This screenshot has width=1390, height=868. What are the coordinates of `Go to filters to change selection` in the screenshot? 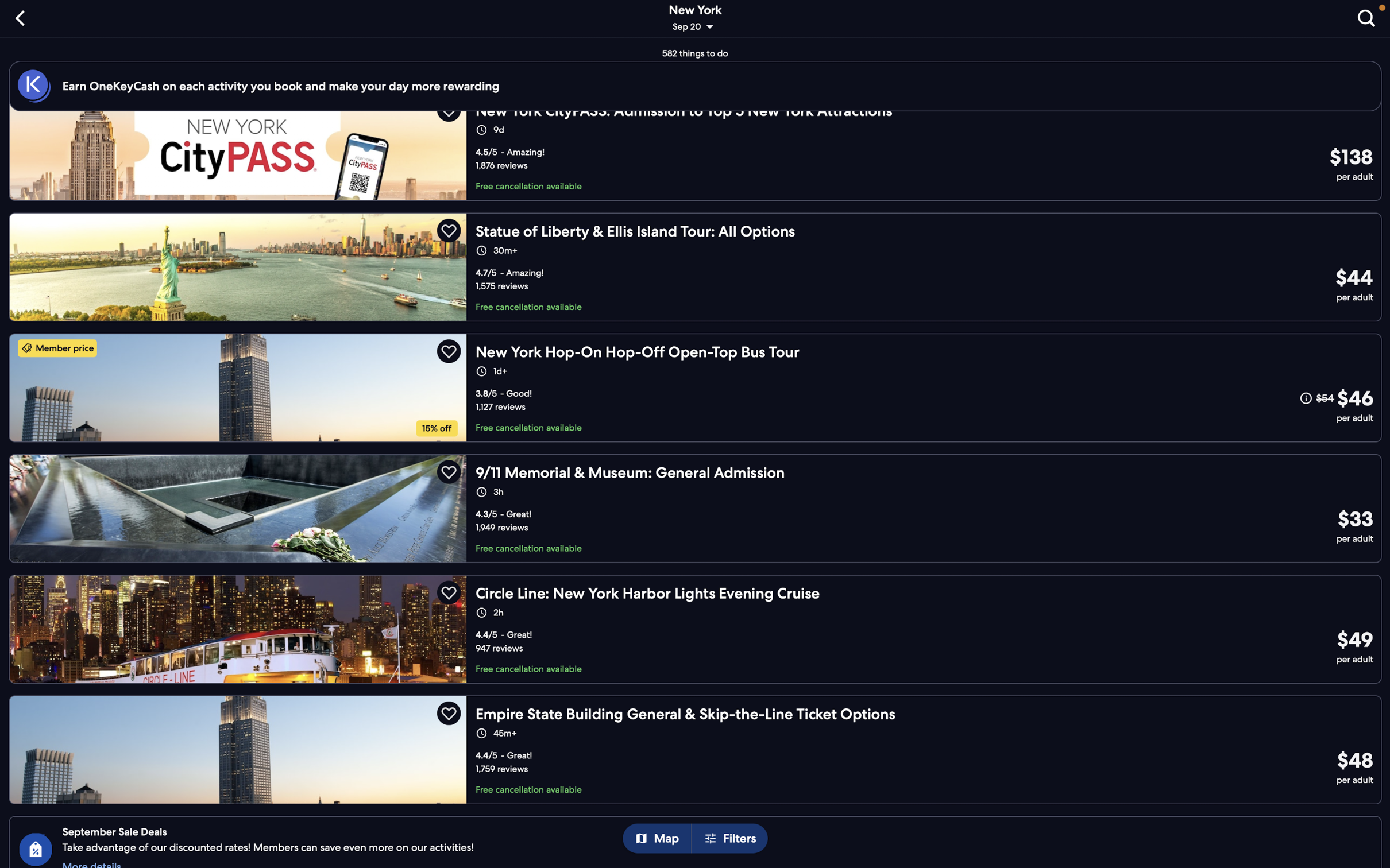 It's located at (733, 839).